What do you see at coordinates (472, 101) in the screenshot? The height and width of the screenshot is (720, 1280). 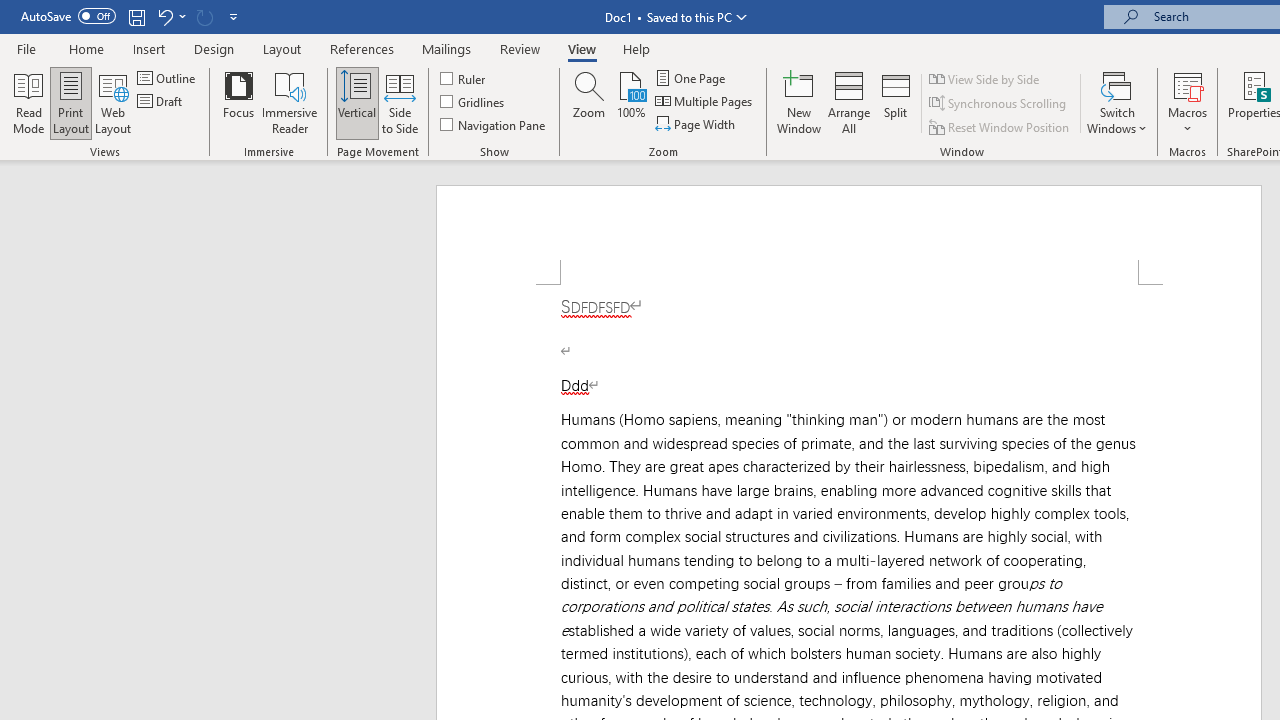 I see `'Gridlines'` at bounding box center [472, 101].